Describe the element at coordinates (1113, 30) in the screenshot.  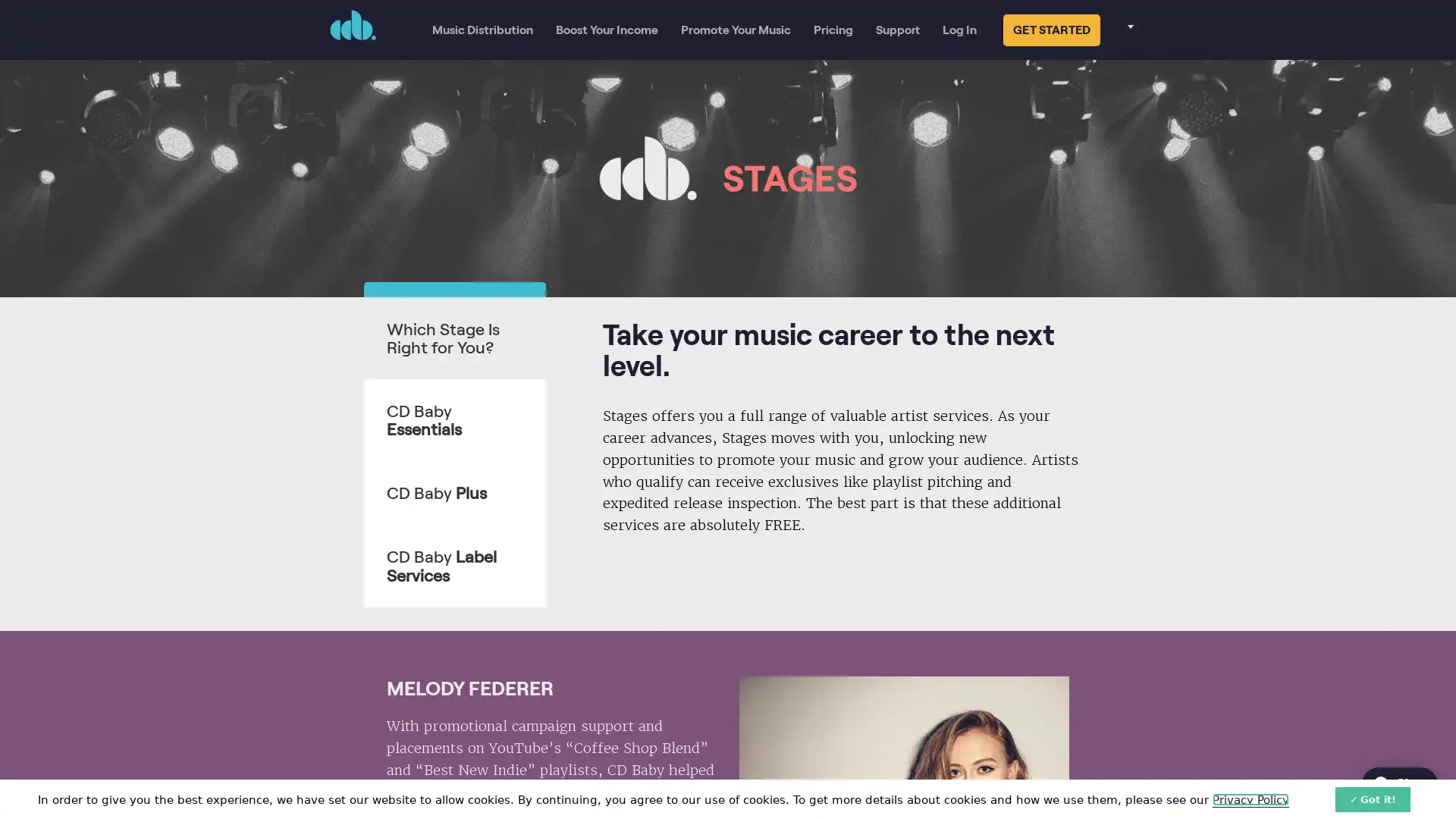
I see `Select your language` at that location.